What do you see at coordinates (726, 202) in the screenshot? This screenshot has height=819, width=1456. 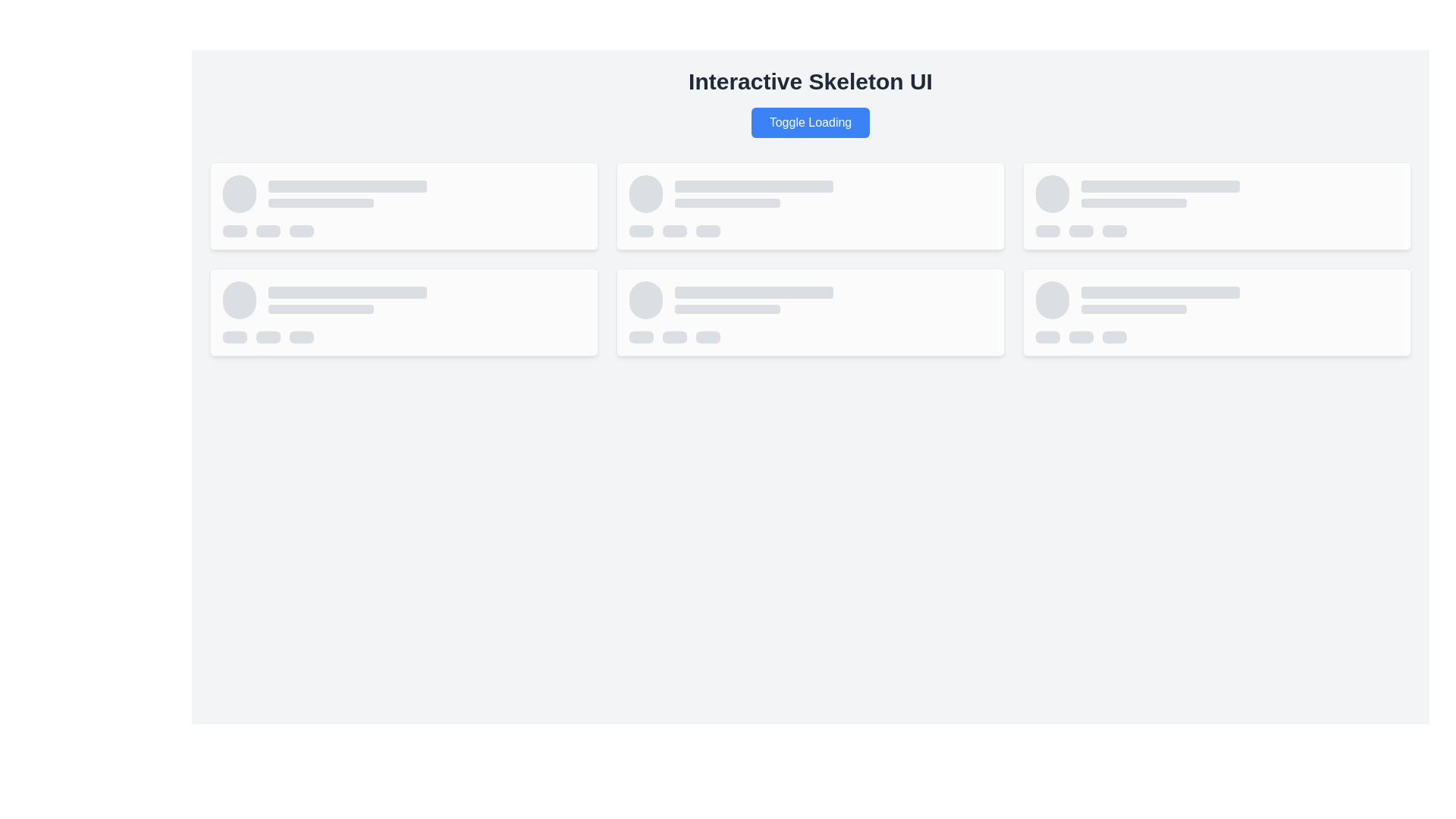 I see `the visual placeholder component, which is a short horizontal rectangle with rounded corners, light gray in color, positioned beneath a longer rectangle within a card layout` at bounding box center [726, 202].